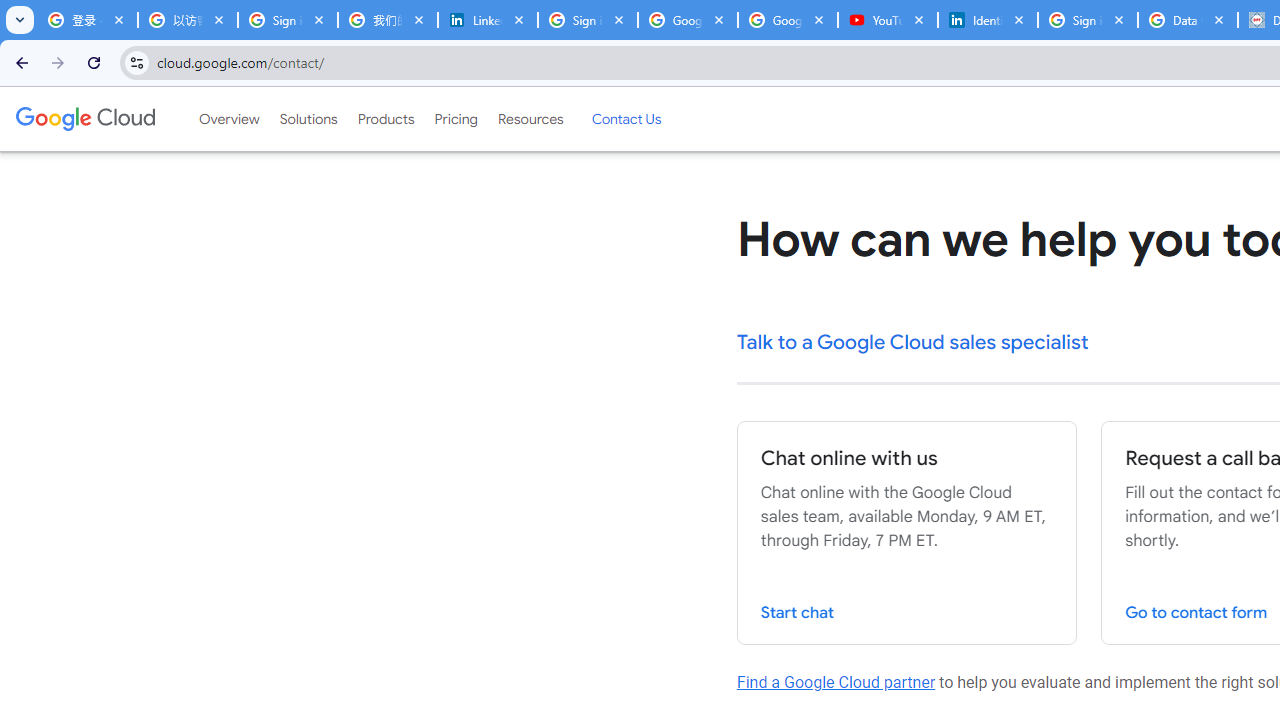 The image size is (1280, 720). Describe the element at coordinates (385, 119) in the screenshot. I see `'Products'` at that location.